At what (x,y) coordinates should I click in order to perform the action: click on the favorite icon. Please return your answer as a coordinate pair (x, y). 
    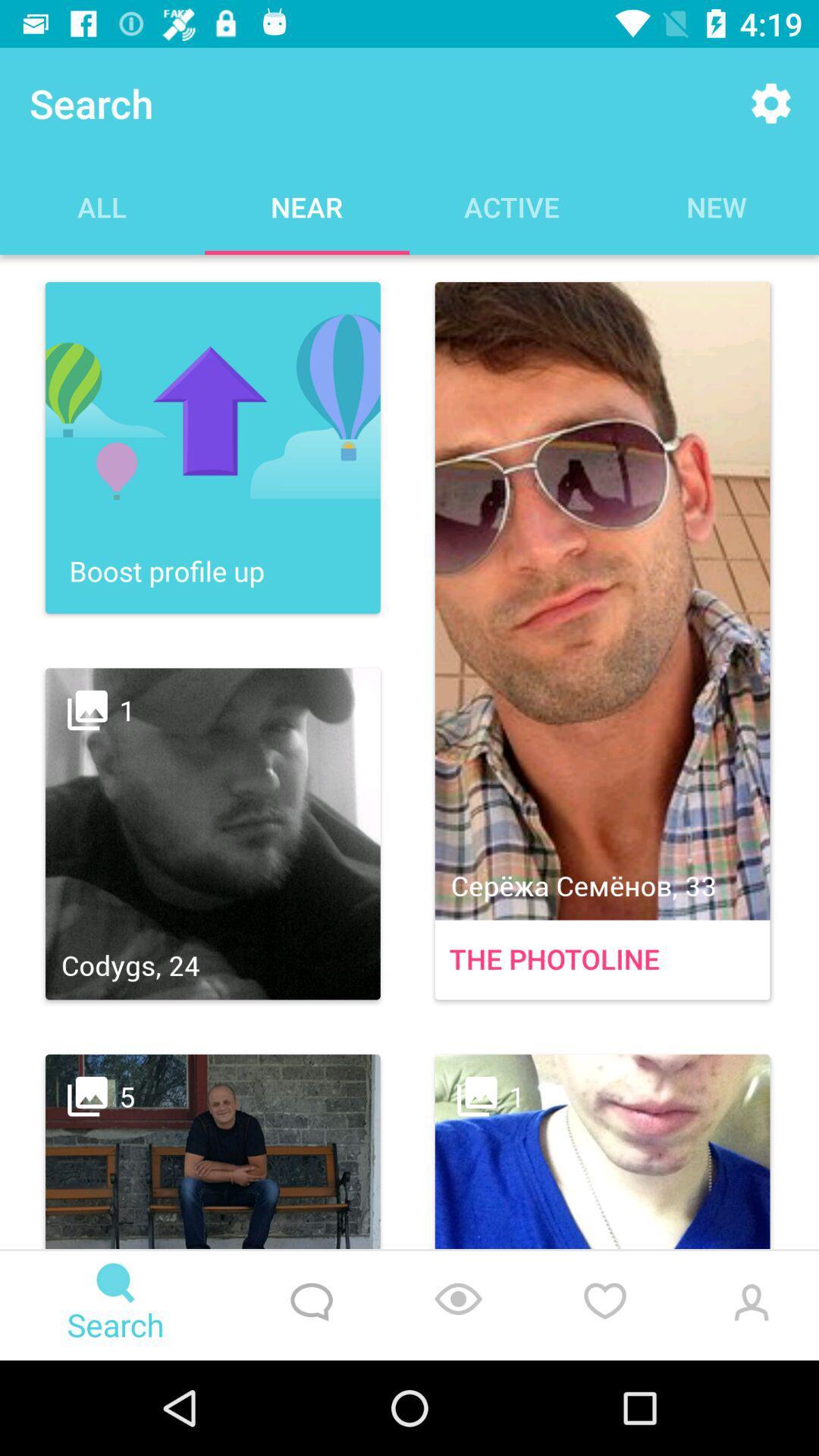
    Looking at the image, I should click on (604, 1305).